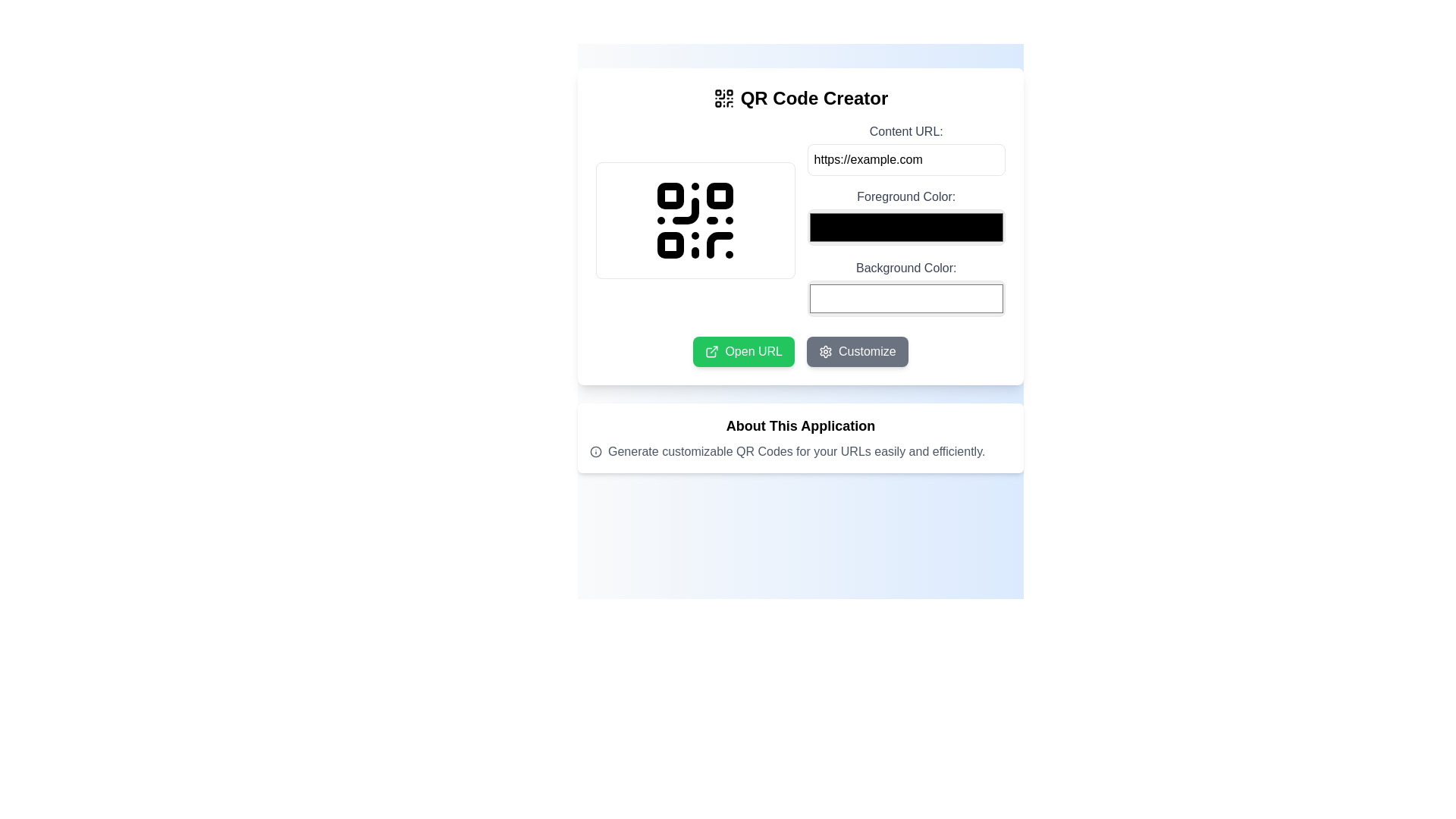 The height and width of the screenshot is (819, 1456). What do you see at coordinates (906, 220) in the screenshot?
I see `the Color Picker located beneath the 'Foreground Color:' label` at bounding box center [906, 220].